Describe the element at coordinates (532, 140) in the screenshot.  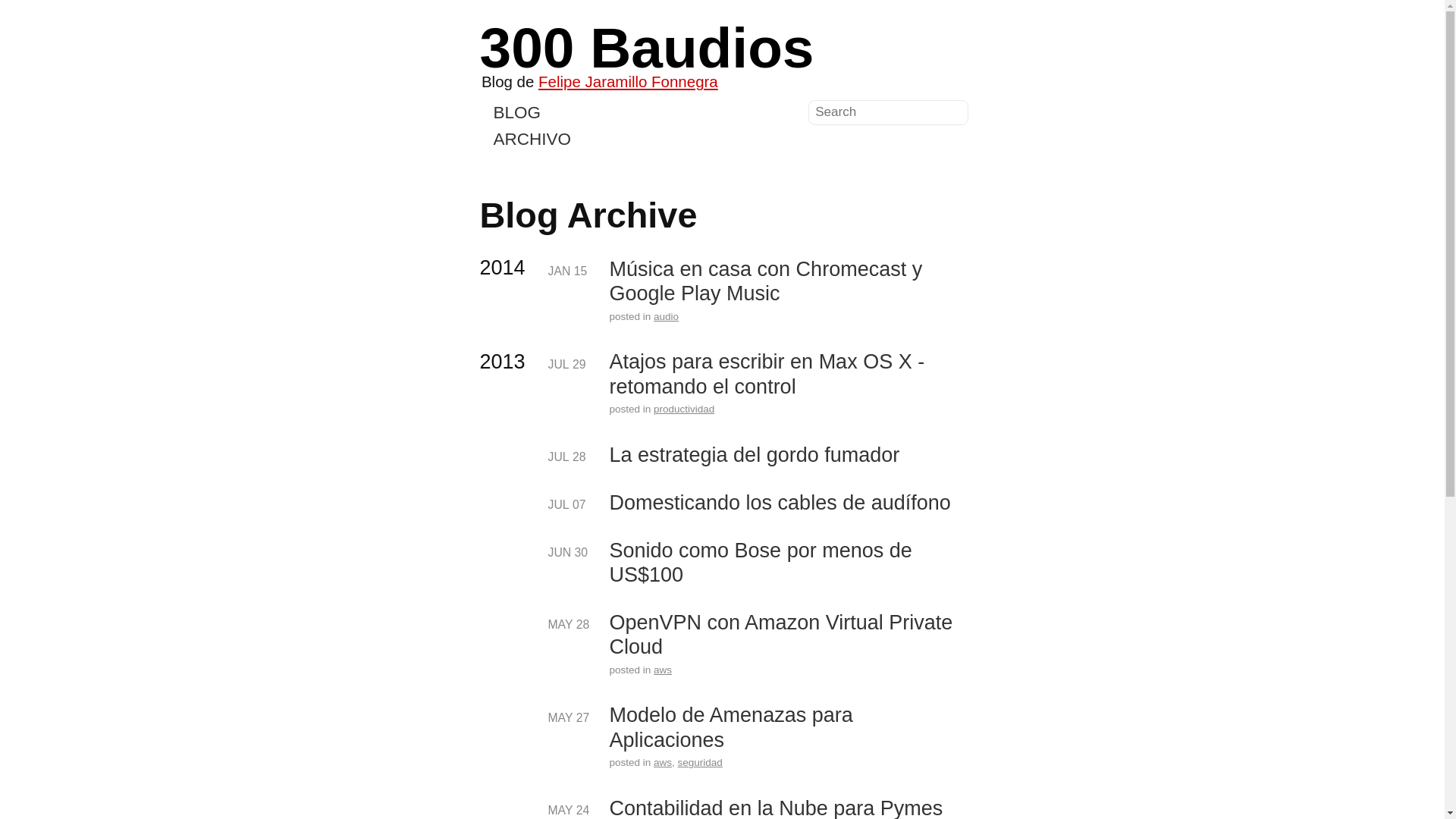
I see `'ARCHIVO'` at that location.